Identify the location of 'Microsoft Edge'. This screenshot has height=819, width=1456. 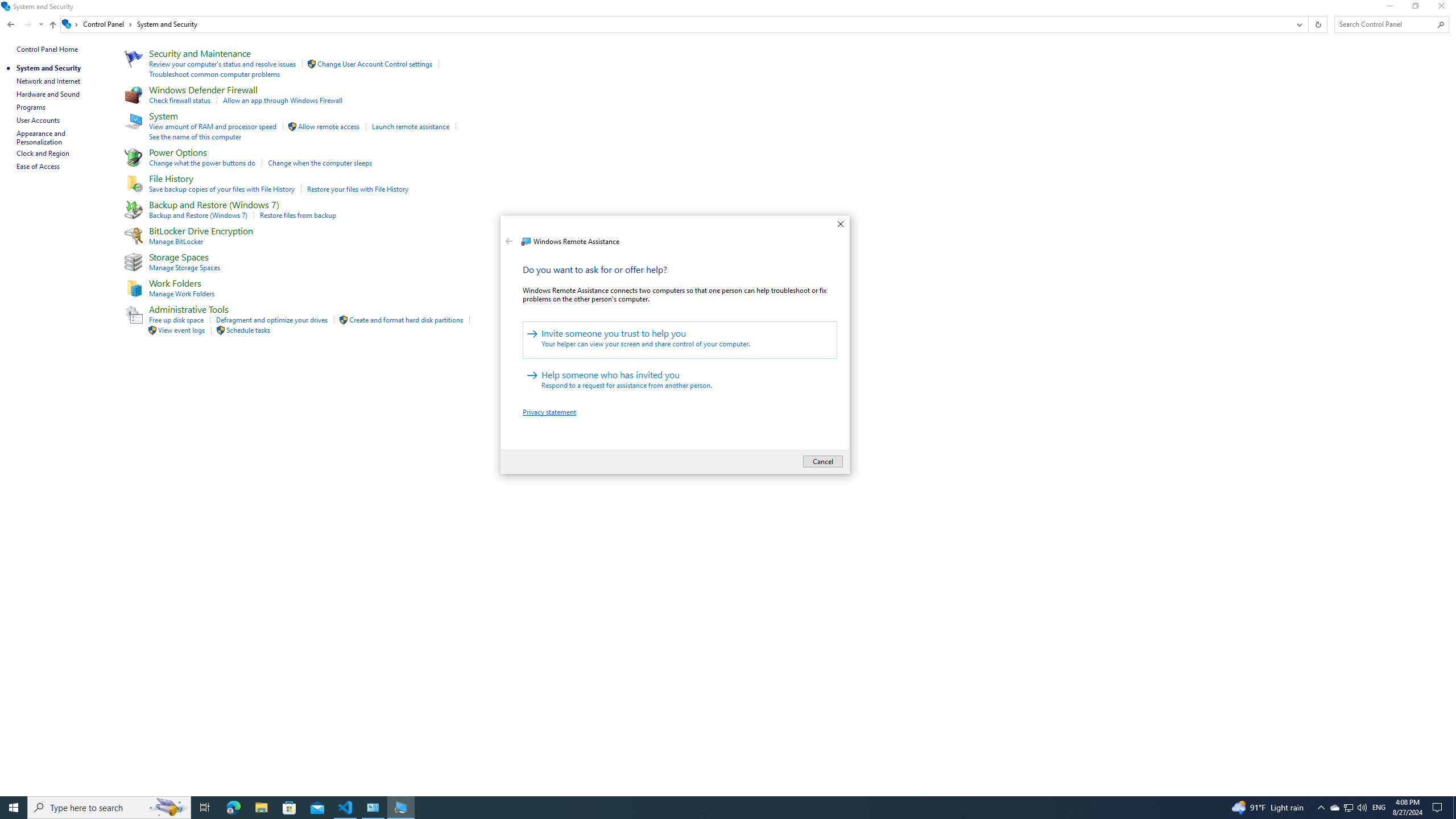
(233, 806).